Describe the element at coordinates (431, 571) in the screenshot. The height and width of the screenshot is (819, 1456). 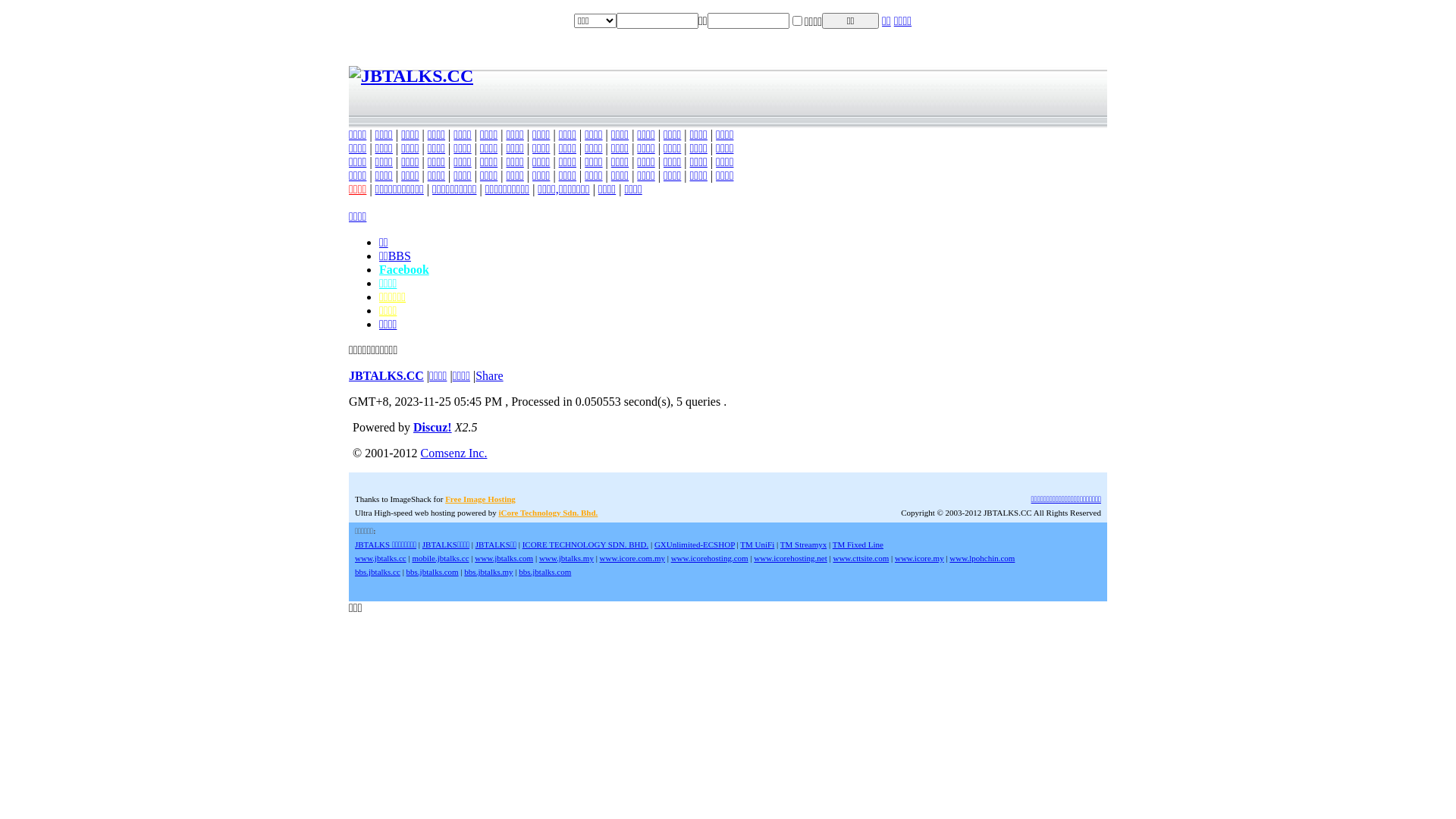
I see `'bbs.jbtalks.com'` at that location.